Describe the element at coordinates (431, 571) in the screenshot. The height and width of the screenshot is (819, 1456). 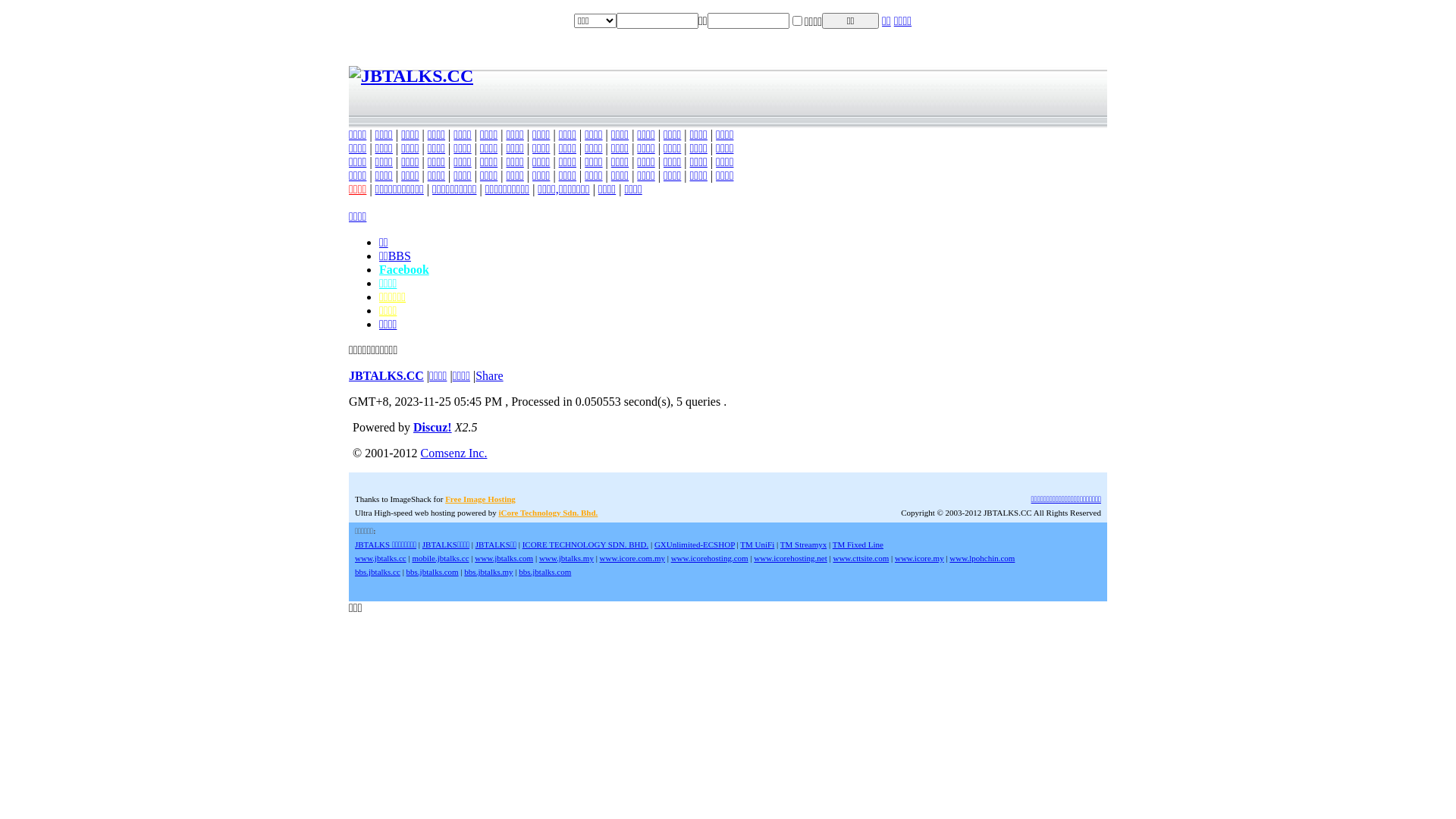
I see `'bbs.jbtalks.com'` at that location.